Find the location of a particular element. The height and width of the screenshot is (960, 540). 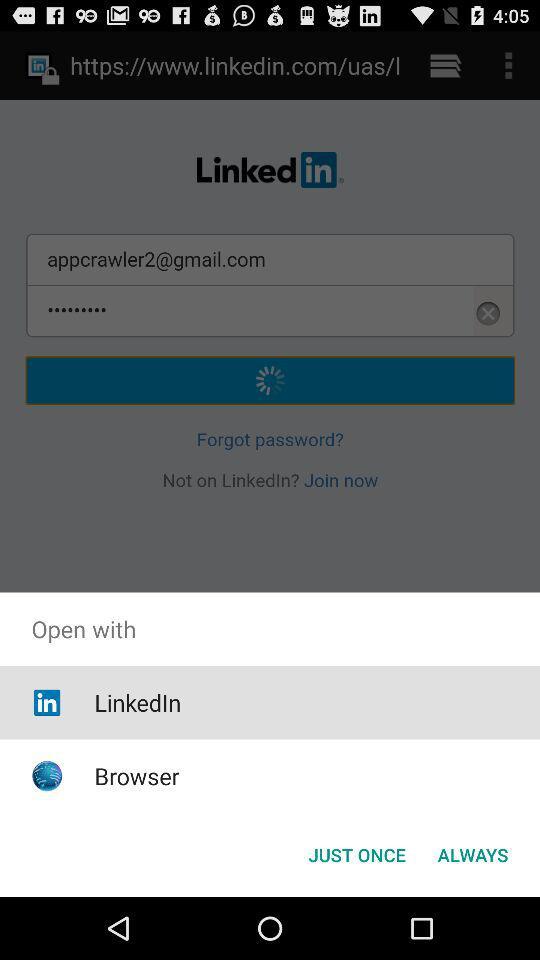

always at the bottom right corner is located at coordinates (472, 853).